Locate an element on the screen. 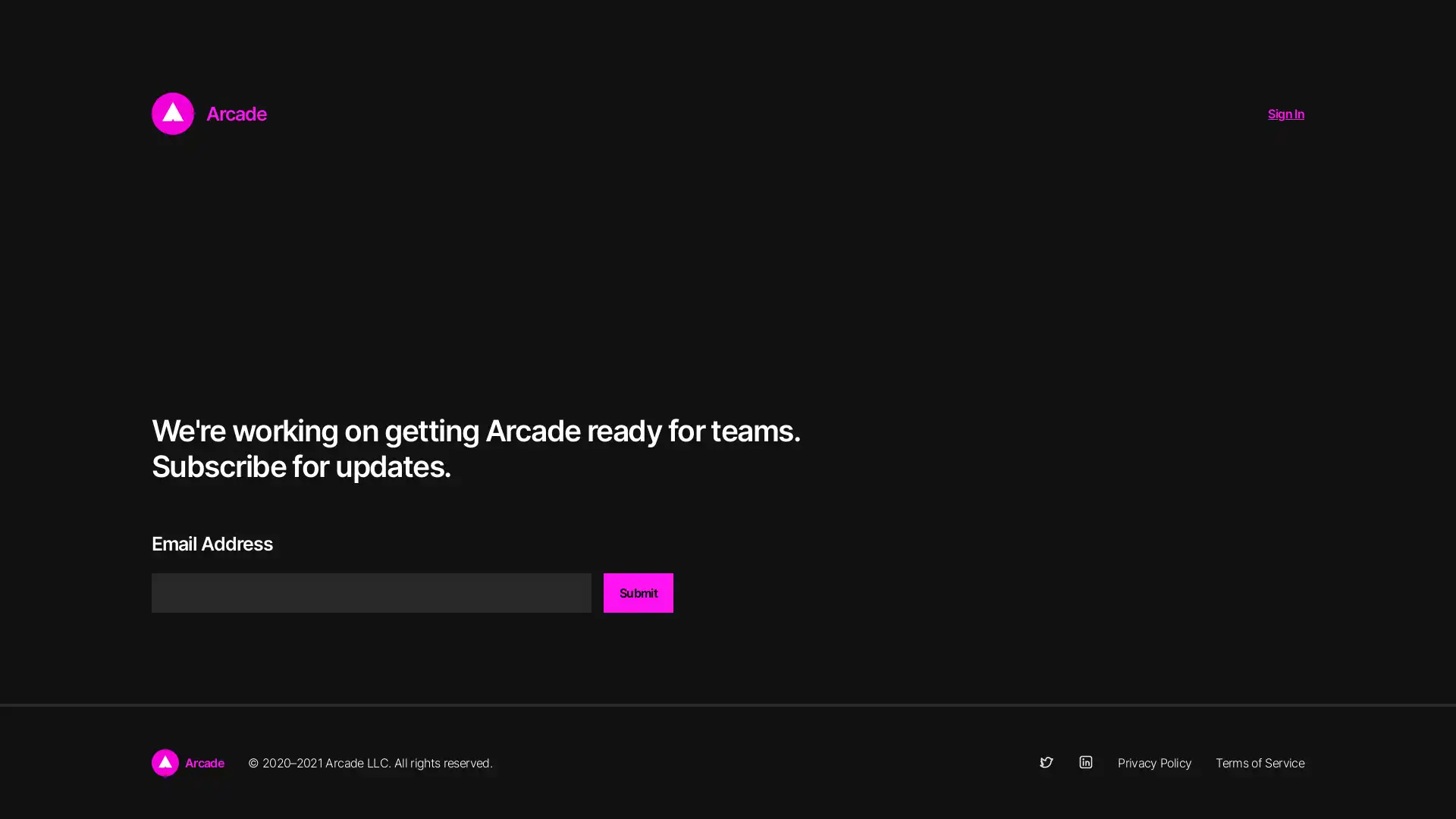 The width and height of the screenshot is (1456, 819). Submit is located at coordinates (638, 591).